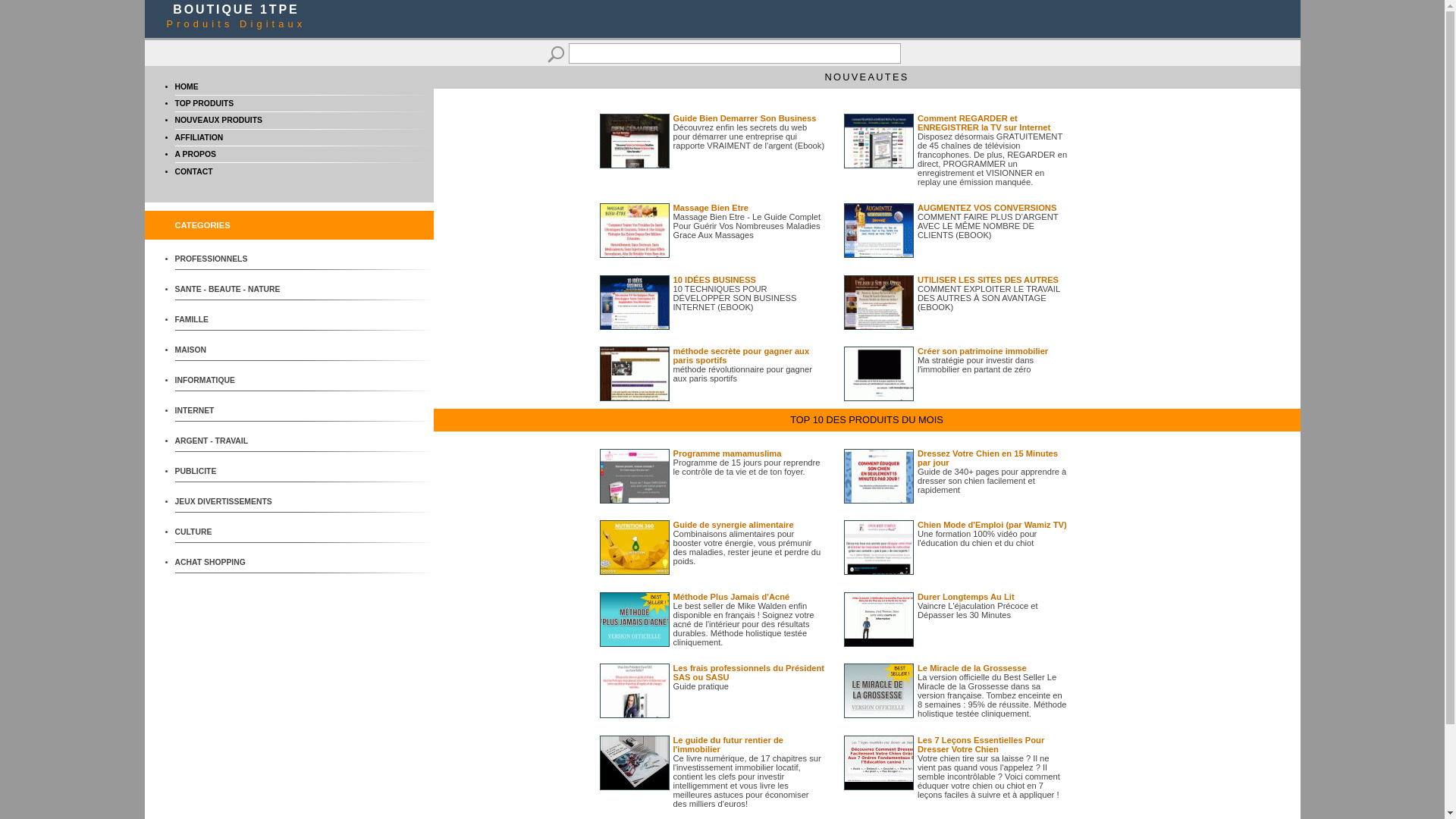 This screenshot has width=1456, height=819. Describe the element at coordinates (965, 595) in the screenshot. I see `'Durer Longtemps Au Lit'` at that location.